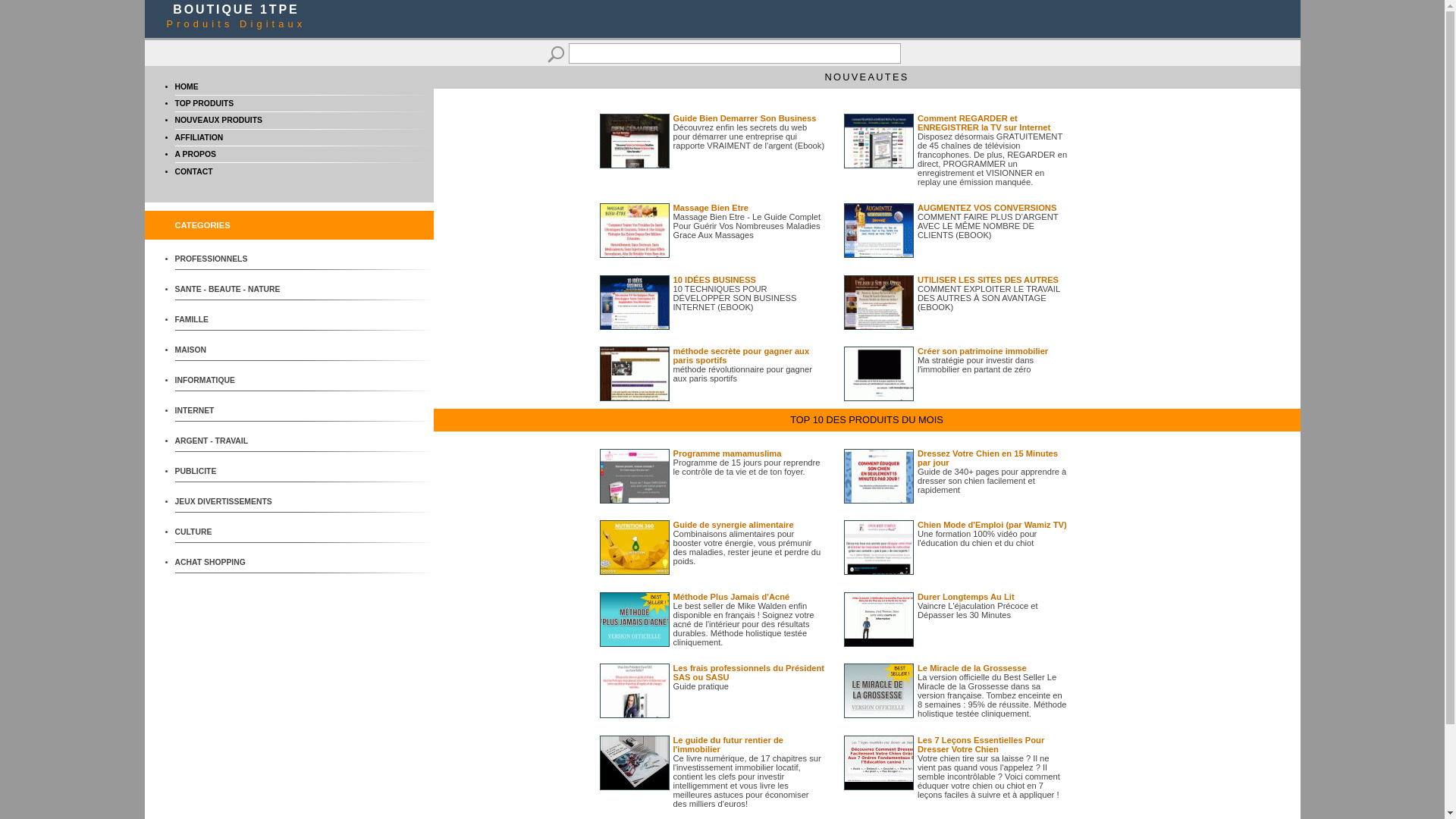 This screenshot has width=1456, height=819. Describe the element at coordinates (965, 595) in the screenshot. I see `'Durer Longtemps Au Lit'` at that location.